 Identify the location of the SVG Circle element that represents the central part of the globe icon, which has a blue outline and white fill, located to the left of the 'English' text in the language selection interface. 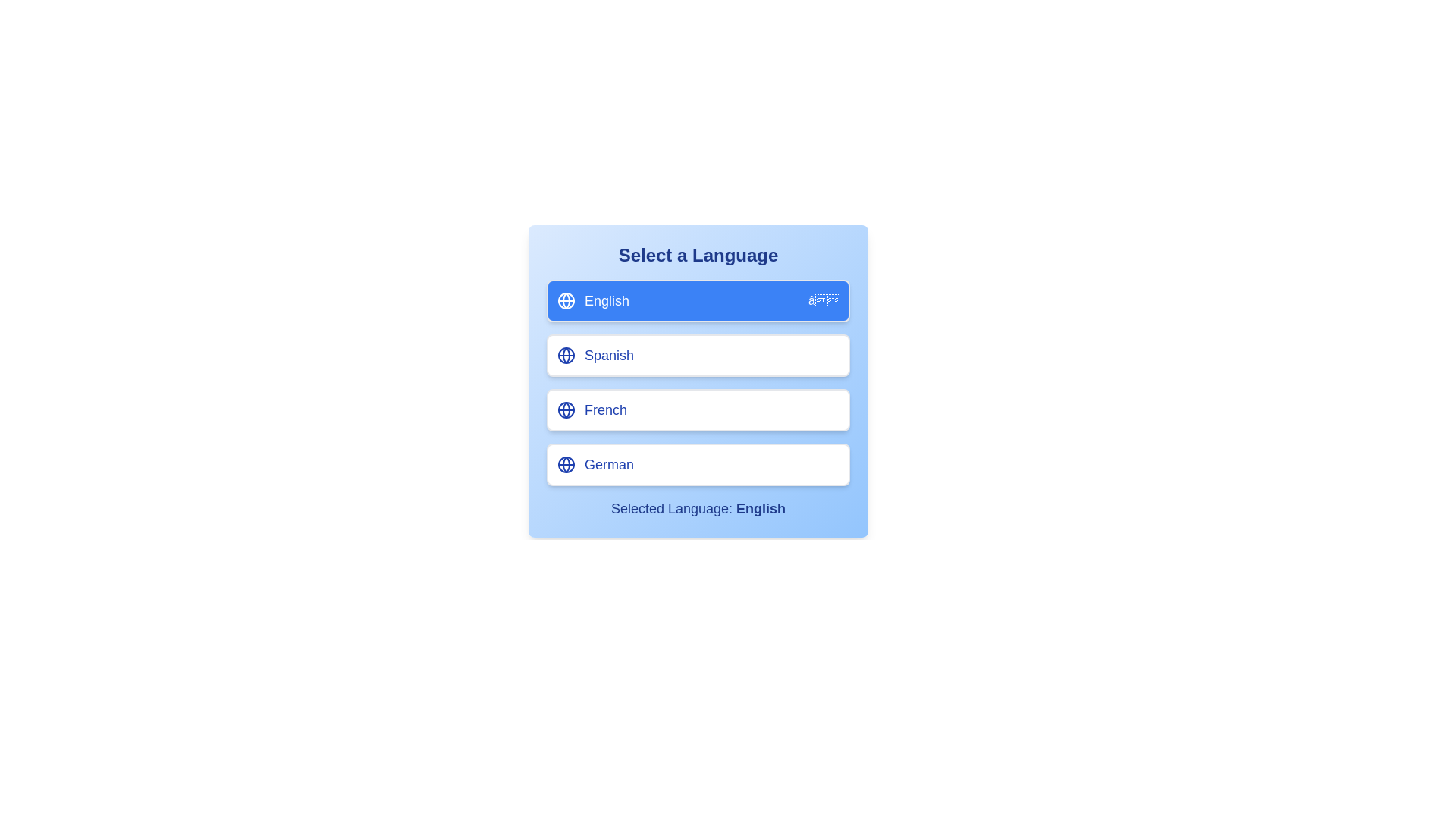
(566, 464).